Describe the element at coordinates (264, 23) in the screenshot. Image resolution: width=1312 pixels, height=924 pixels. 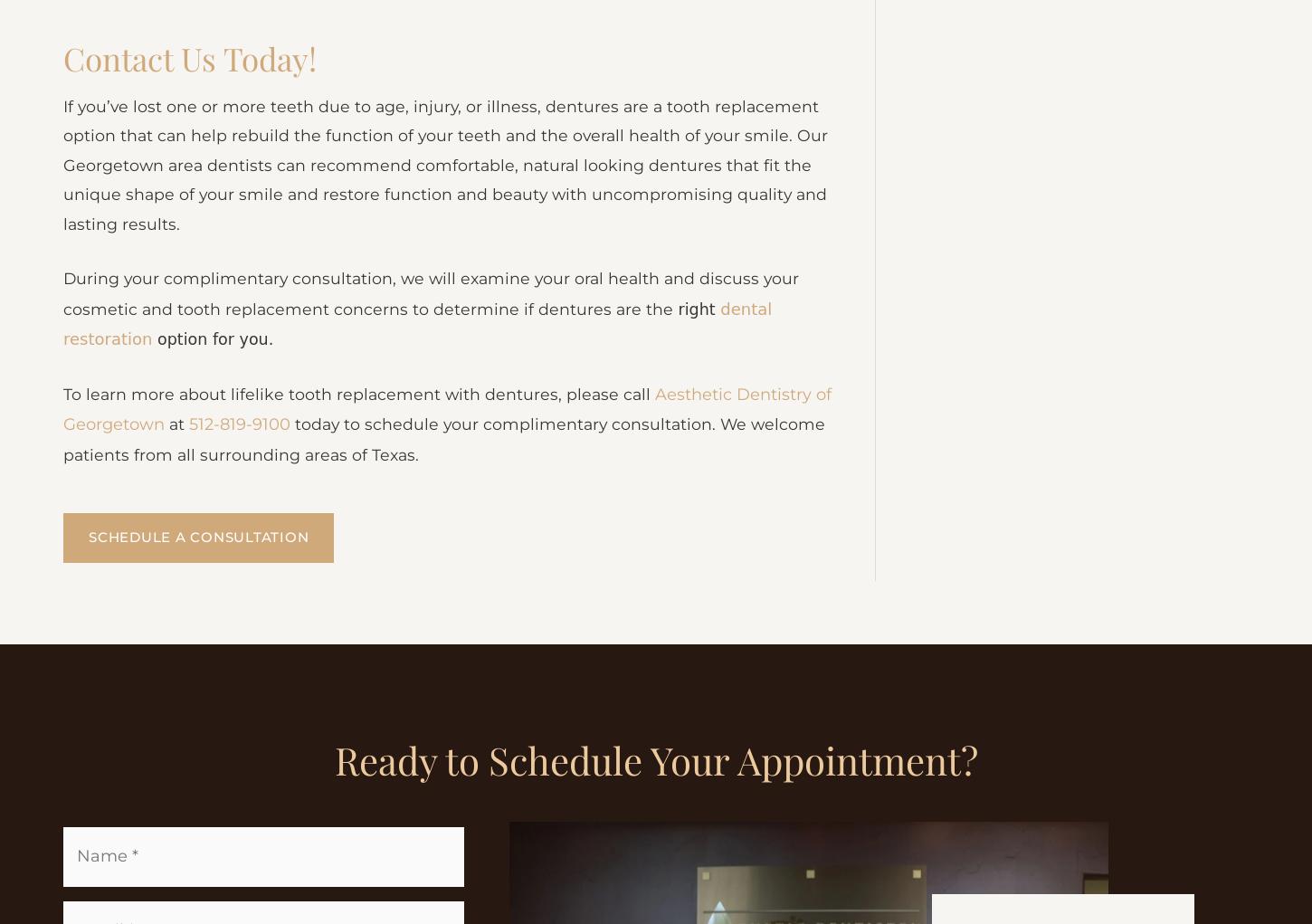
I see `'What happens if I sleep with my Dentures in?'` at that location.